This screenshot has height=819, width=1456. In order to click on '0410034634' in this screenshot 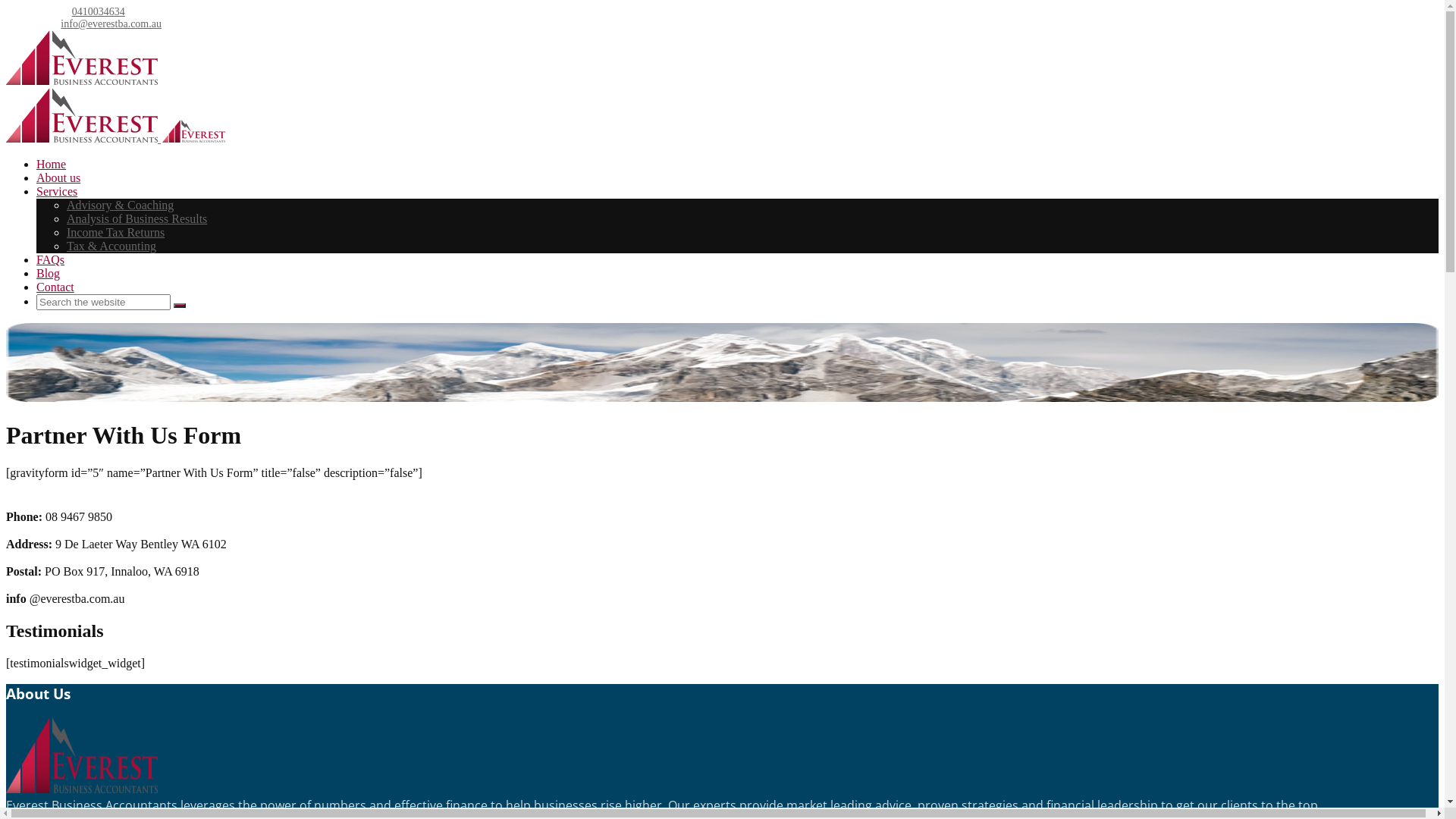, I will do `click(97, 11)`.